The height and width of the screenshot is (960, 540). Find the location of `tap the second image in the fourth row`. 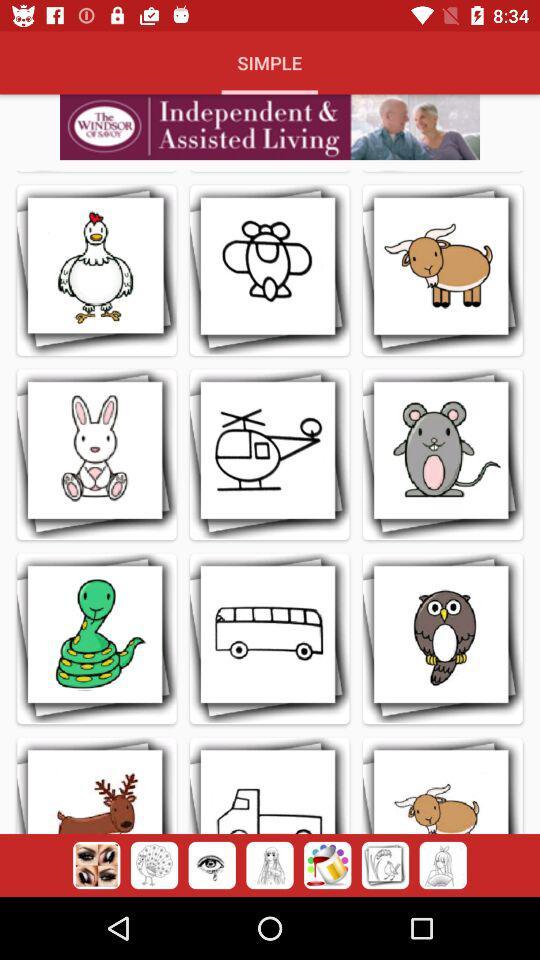

tap the second image in the fourth row is located at coordinates (270, 785).